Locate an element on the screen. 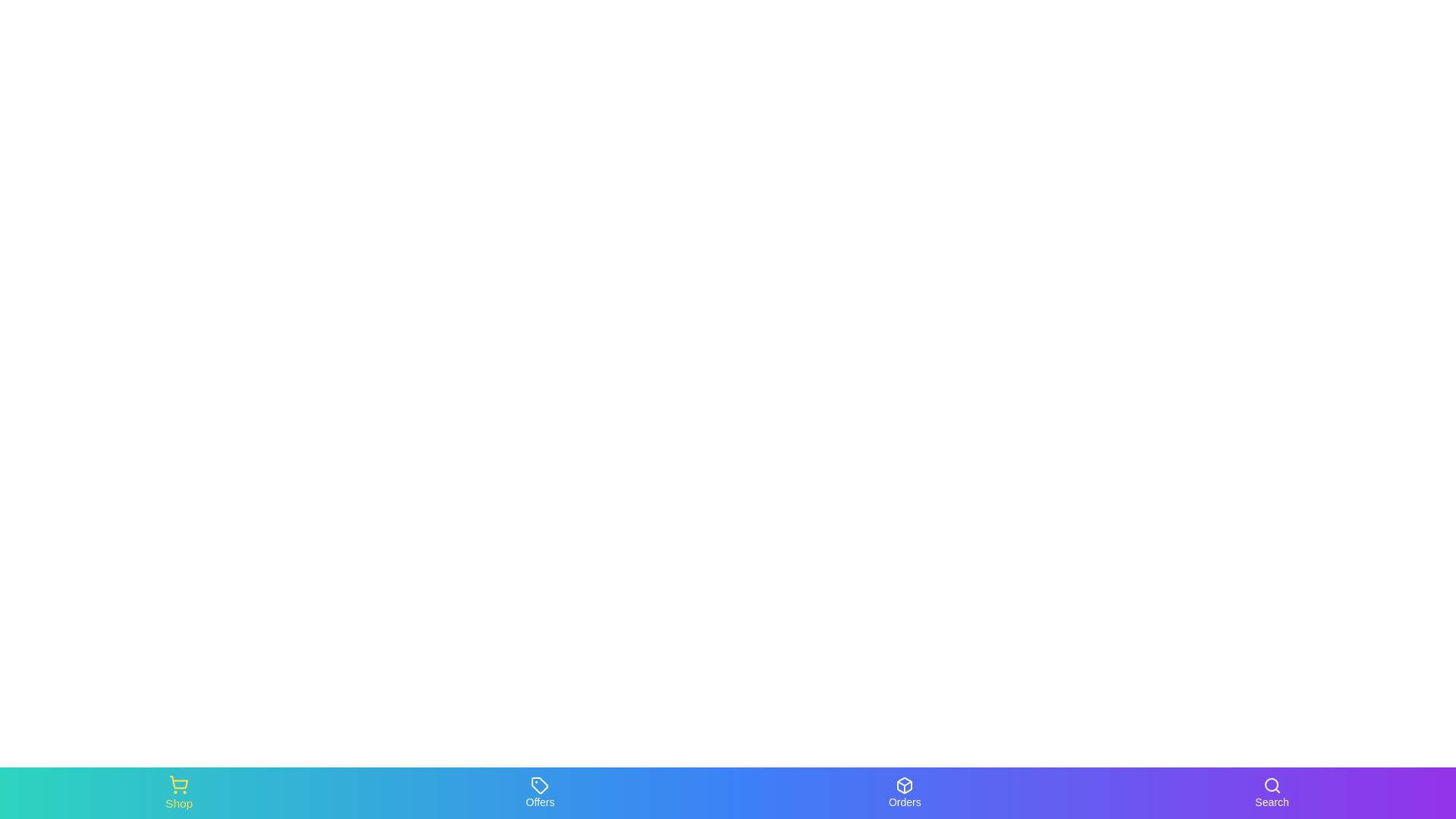 Image resolution: width=1456 pixels, height=819 pixels. the Orders tab is located at coordinates (905, 792).